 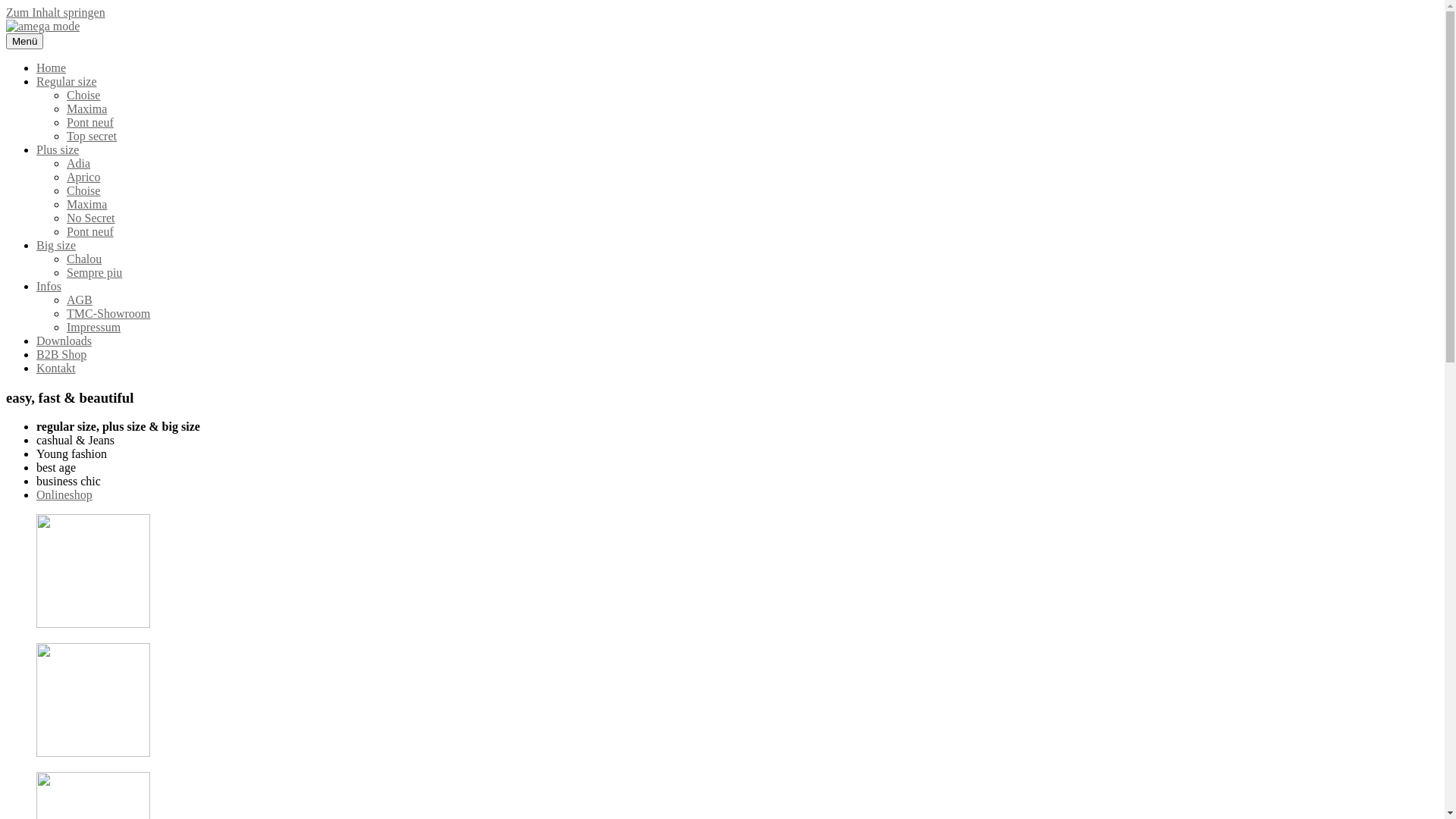 What do you see at coordinates (86, 203) in the screenshot?
I see `'Maxima'` at bounding box center [86, 203].